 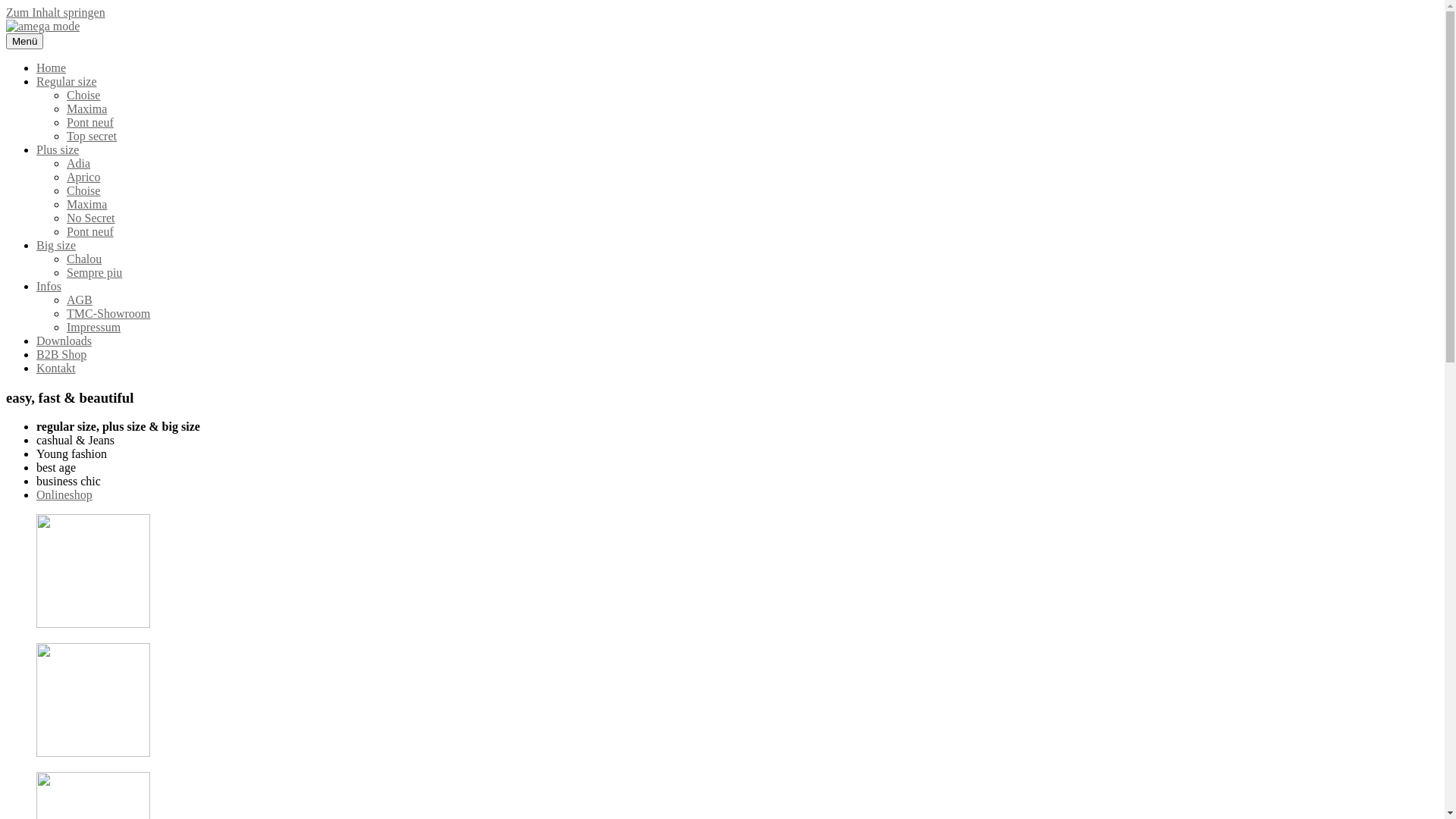 What do you see at coordinates (86, 203) in the screenshot?
I see `'Maxima'` at bounding box center [86, 203].